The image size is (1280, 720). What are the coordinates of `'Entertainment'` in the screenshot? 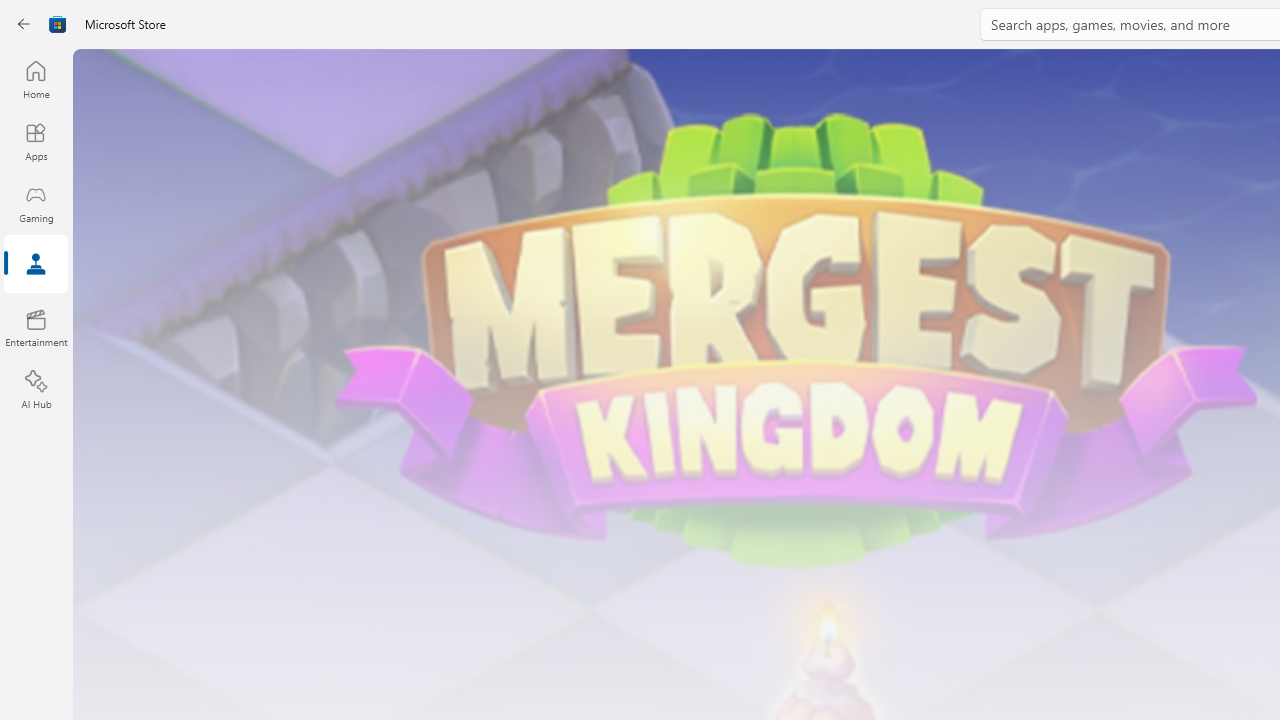 It's located at (35, 326).